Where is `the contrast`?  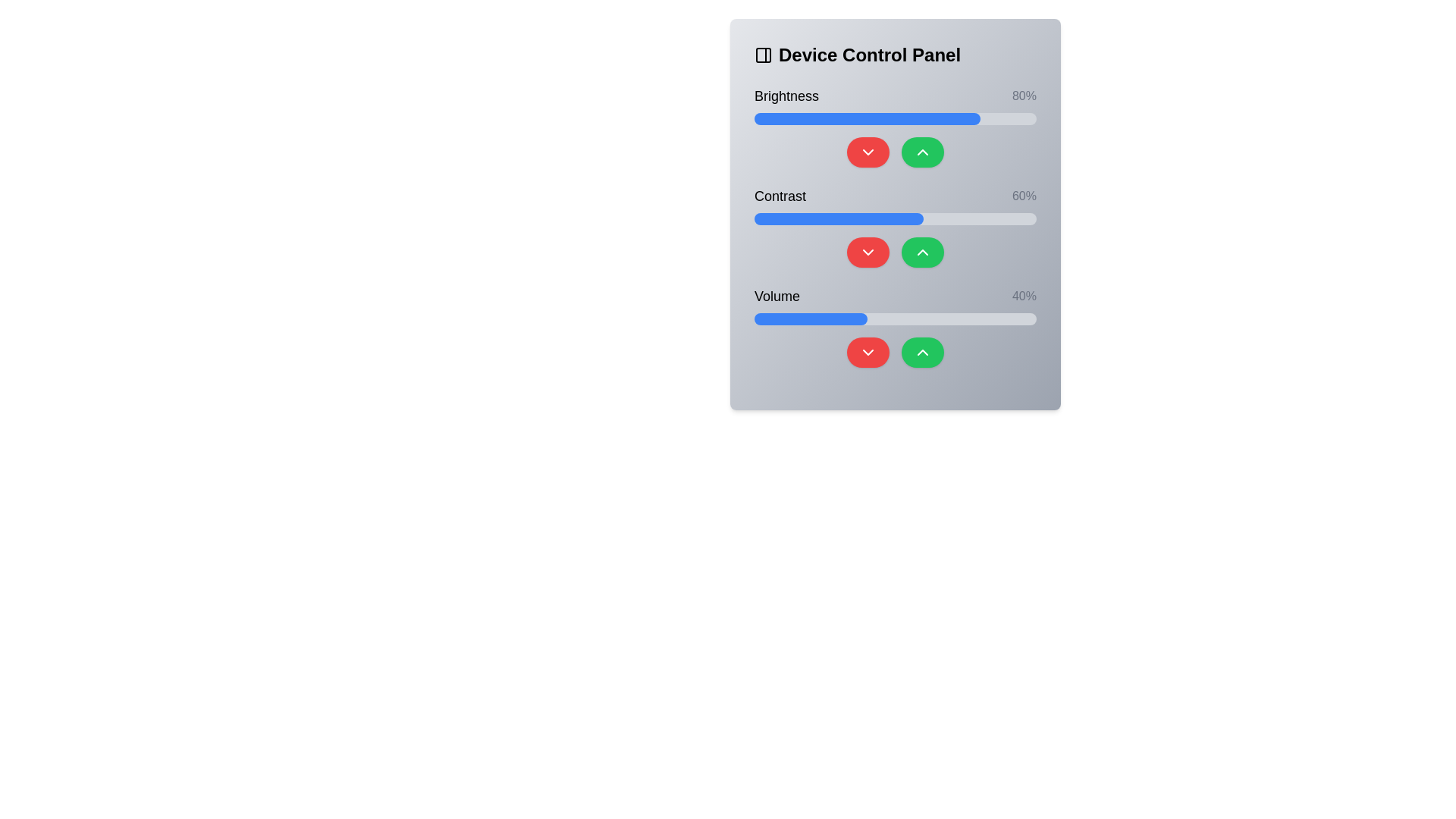
the contrast is located at coordinates (991, 219).